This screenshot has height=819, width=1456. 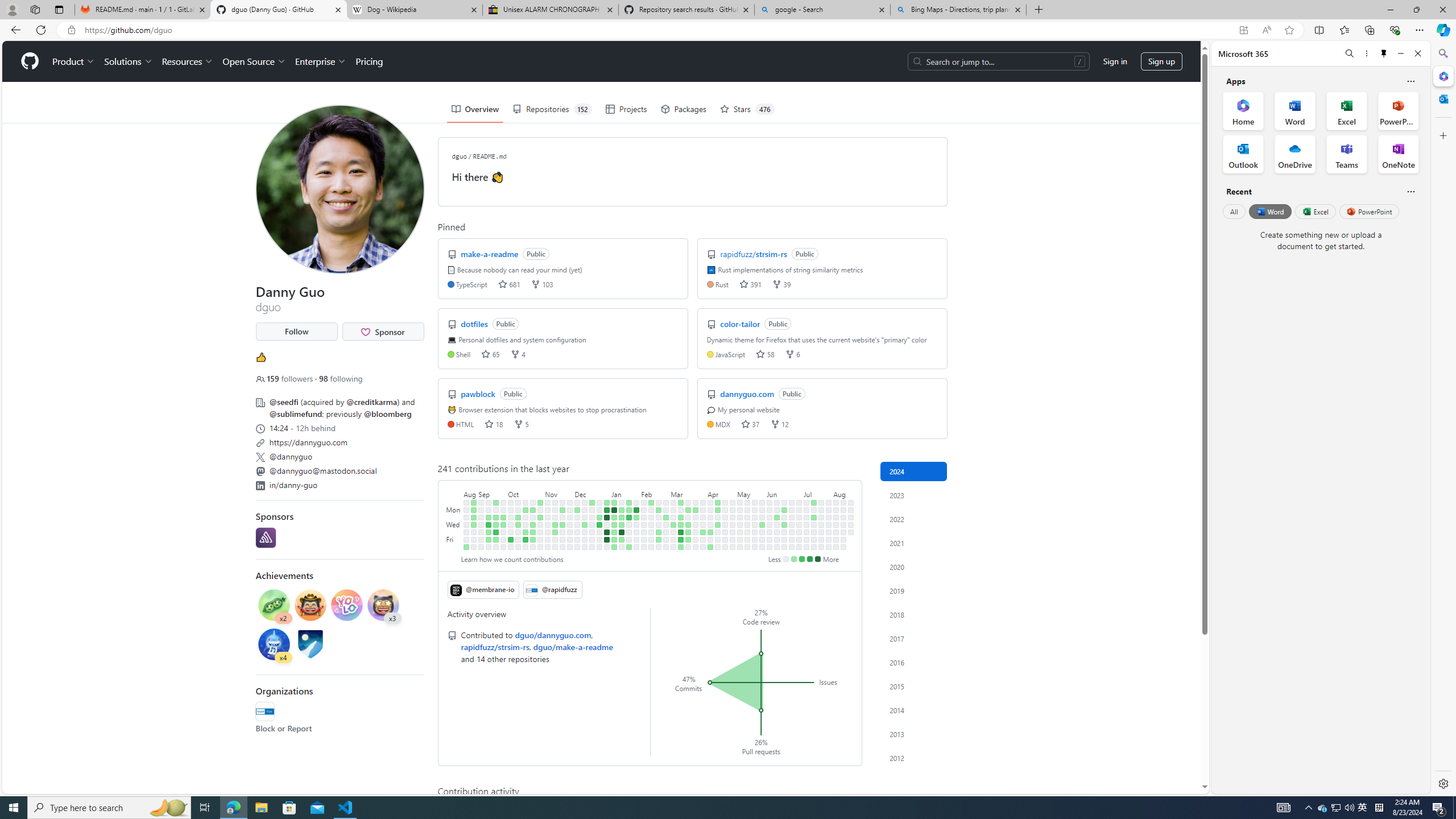 What do you see at coordinates (559, 492) in the screenshot?
I see `'November'` at bounding box center [559, 492].